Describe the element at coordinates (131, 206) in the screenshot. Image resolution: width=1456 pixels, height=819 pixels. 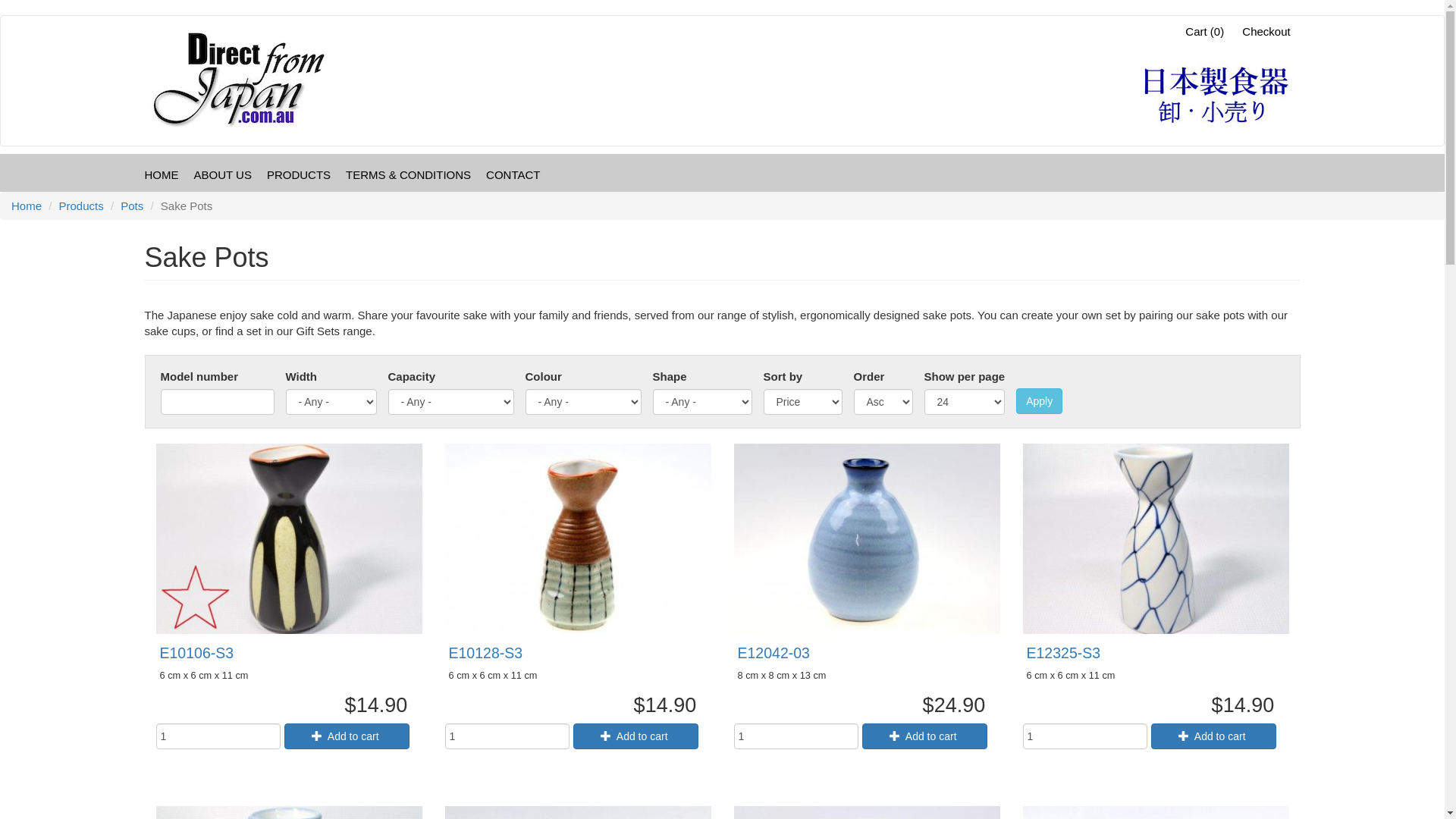
I see `'Pots'` at that location.